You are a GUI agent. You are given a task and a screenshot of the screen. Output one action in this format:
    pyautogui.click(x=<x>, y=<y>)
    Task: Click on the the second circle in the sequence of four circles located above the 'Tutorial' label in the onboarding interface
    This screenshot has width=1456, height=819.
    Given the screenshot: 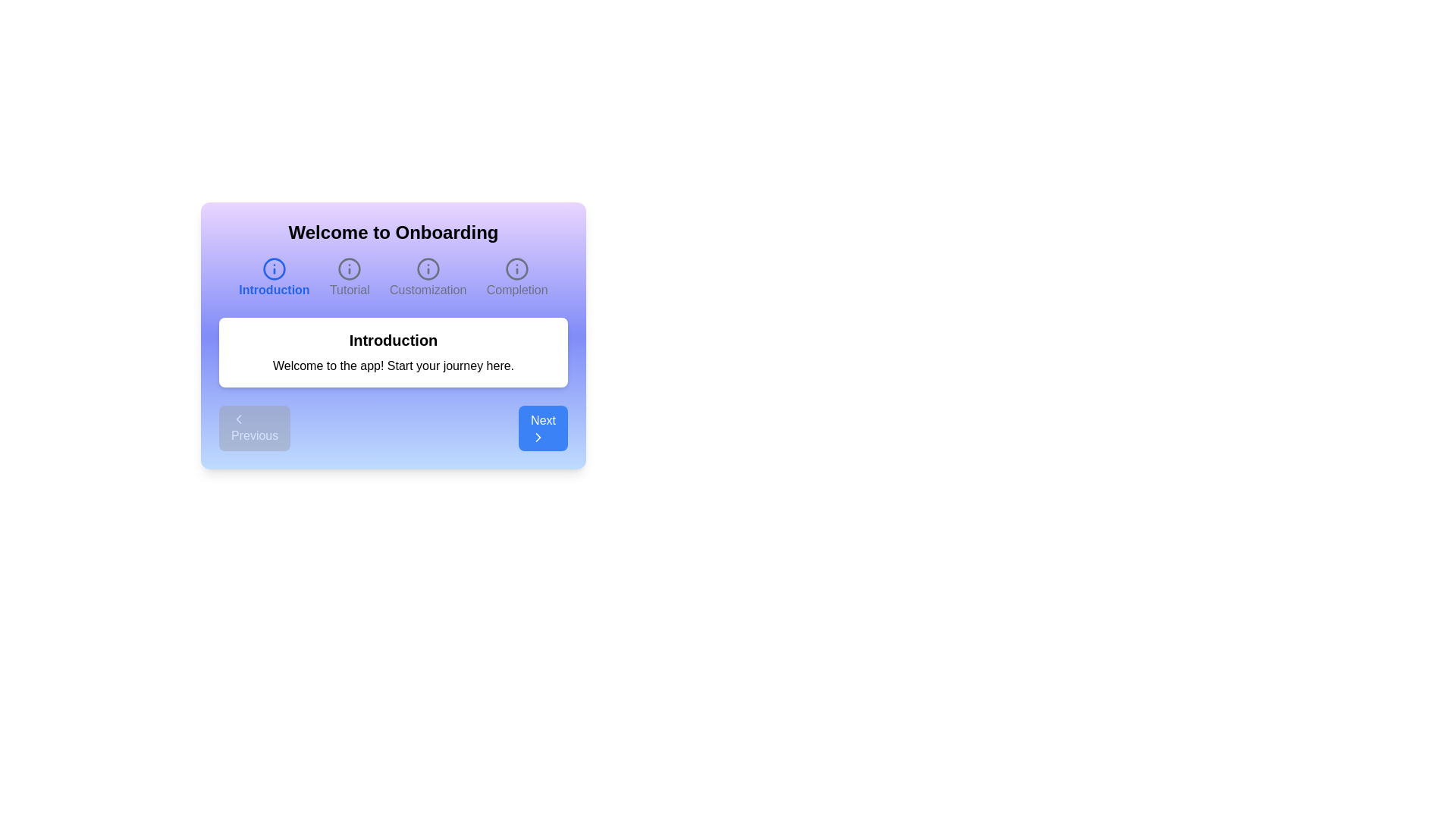 What is the action you would take?
    pyautogui.click(x=349, y=268)
    